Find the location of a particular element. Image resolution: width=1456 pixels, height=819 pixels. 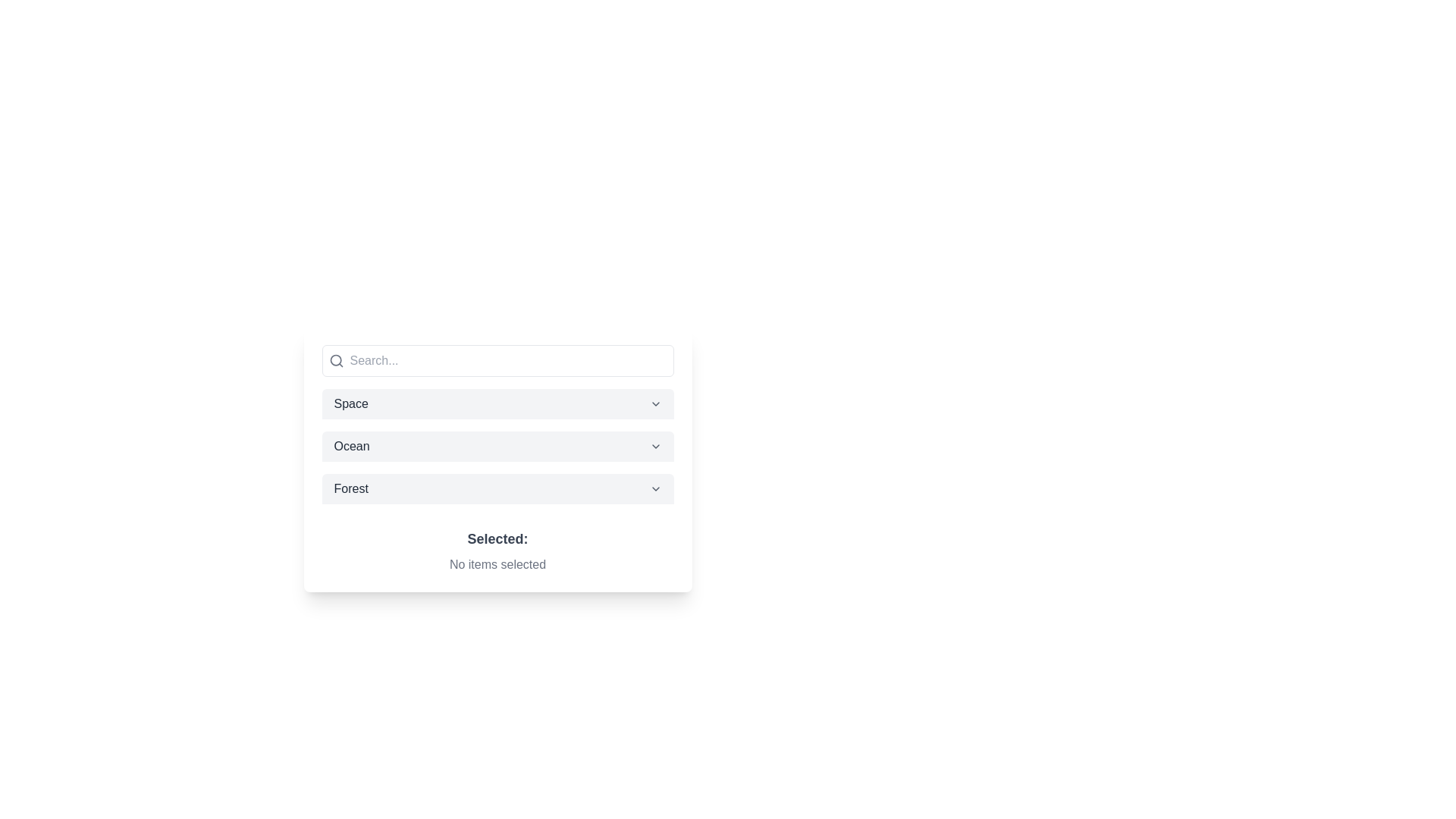

the small gray downward-pointing chevron icon located to the far right of the row labeled 'Ocean' is located at coordinates (655, 446).